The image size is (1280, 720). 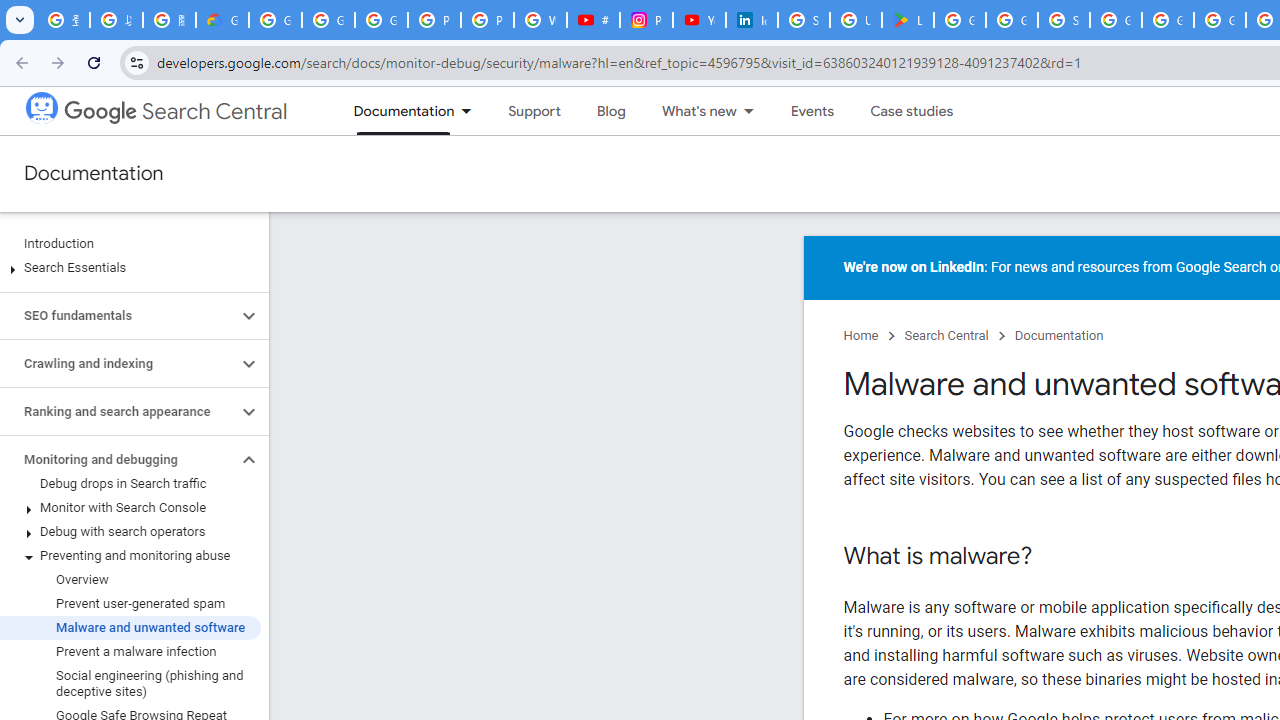 What do you see at coordinates (471, 111) in the screenshot?
I see `'Dropdown menu for Documentation'` at bounding box center [471, 111].